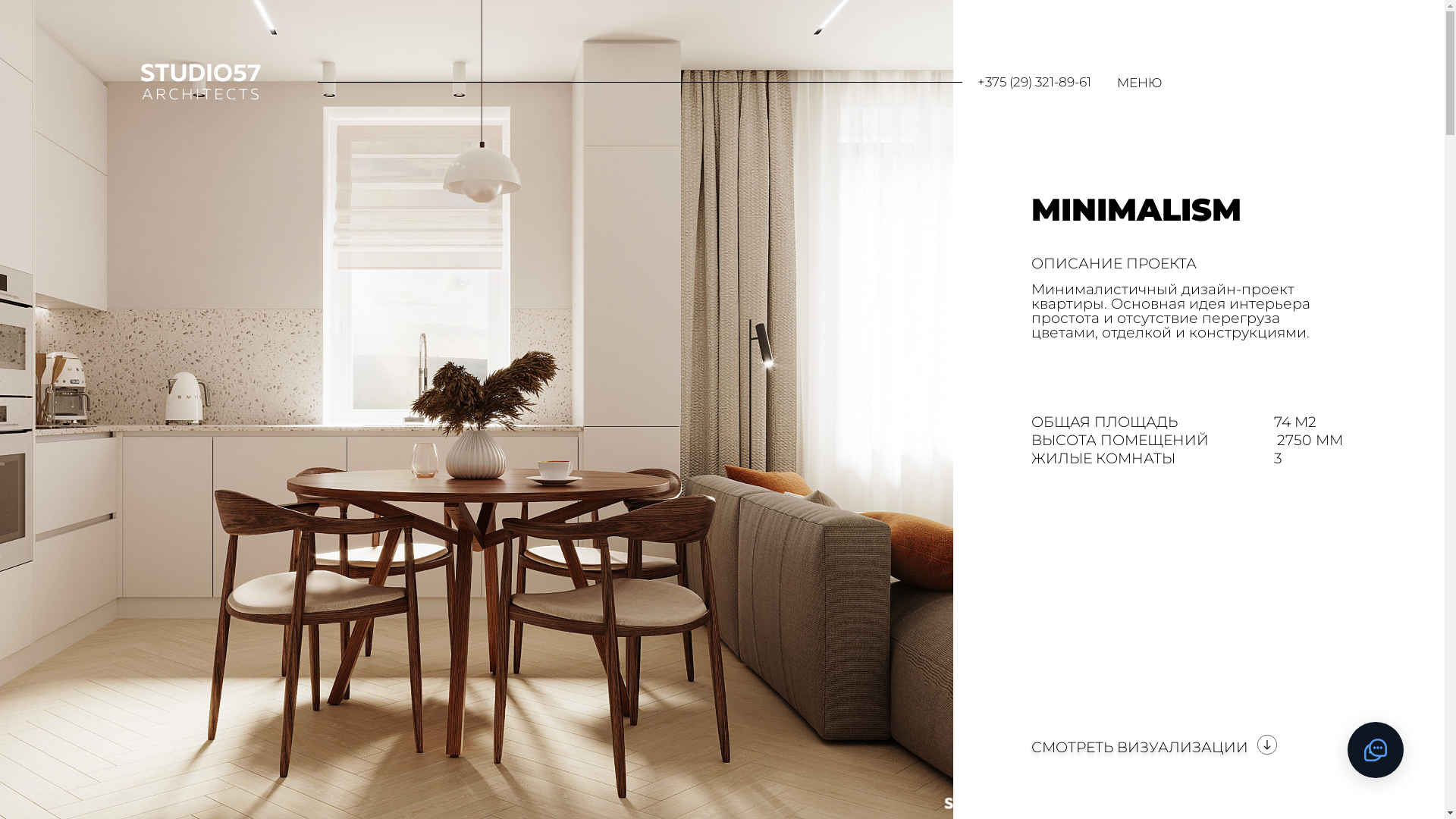 The width and height of the screenshot is (1456, 819). What do you see at coordinates (1033, 82) in the screenshot?
I see `'+375 (29) 321-89-61'` at bounding box center [1033, 82].